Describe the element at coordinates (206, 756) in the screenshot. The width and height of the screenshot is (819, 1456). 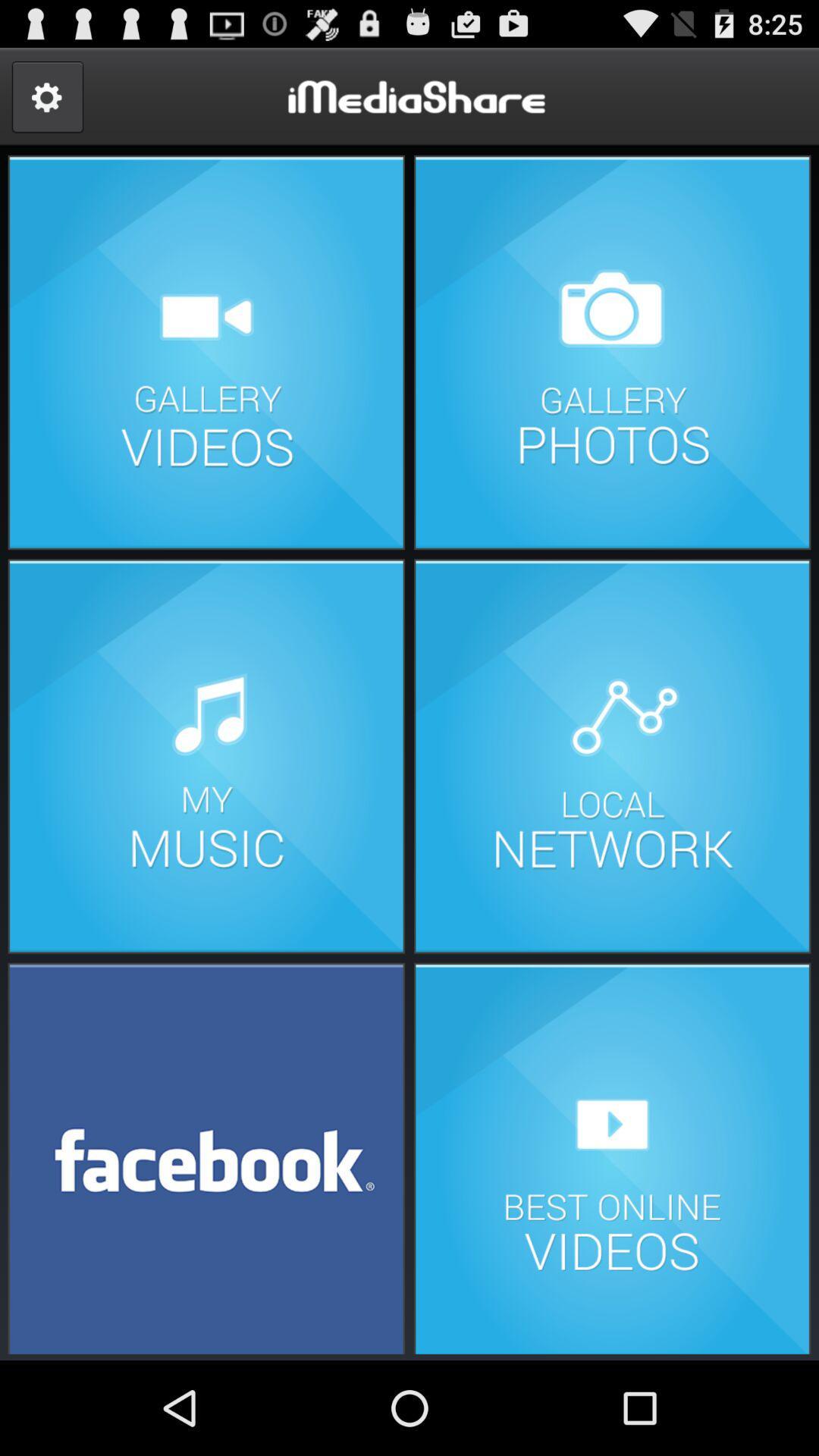
I see `my music` at that location.